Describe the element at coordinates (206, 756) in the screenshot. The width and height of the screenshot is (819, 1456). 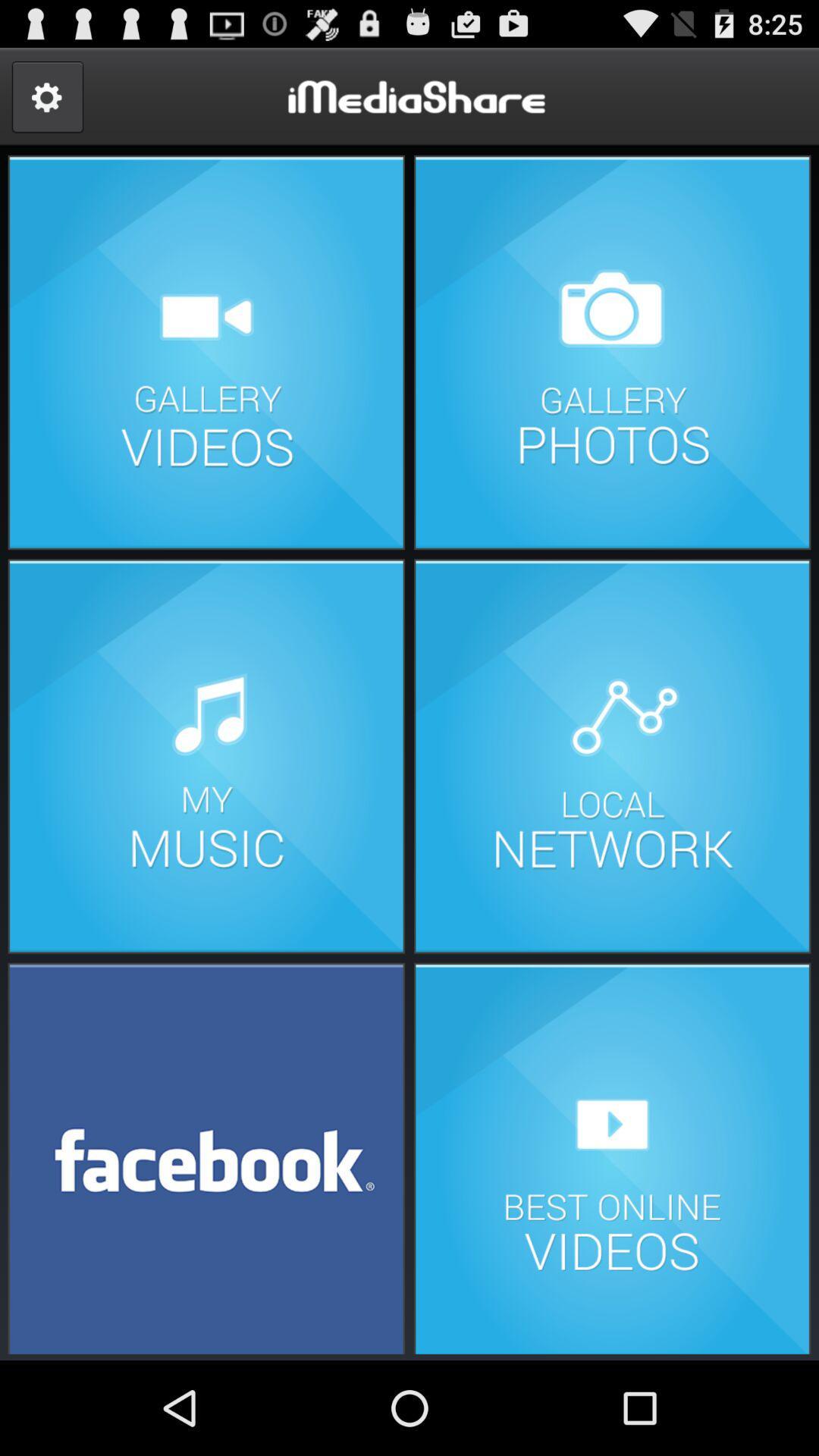
I see `my music` at that location.